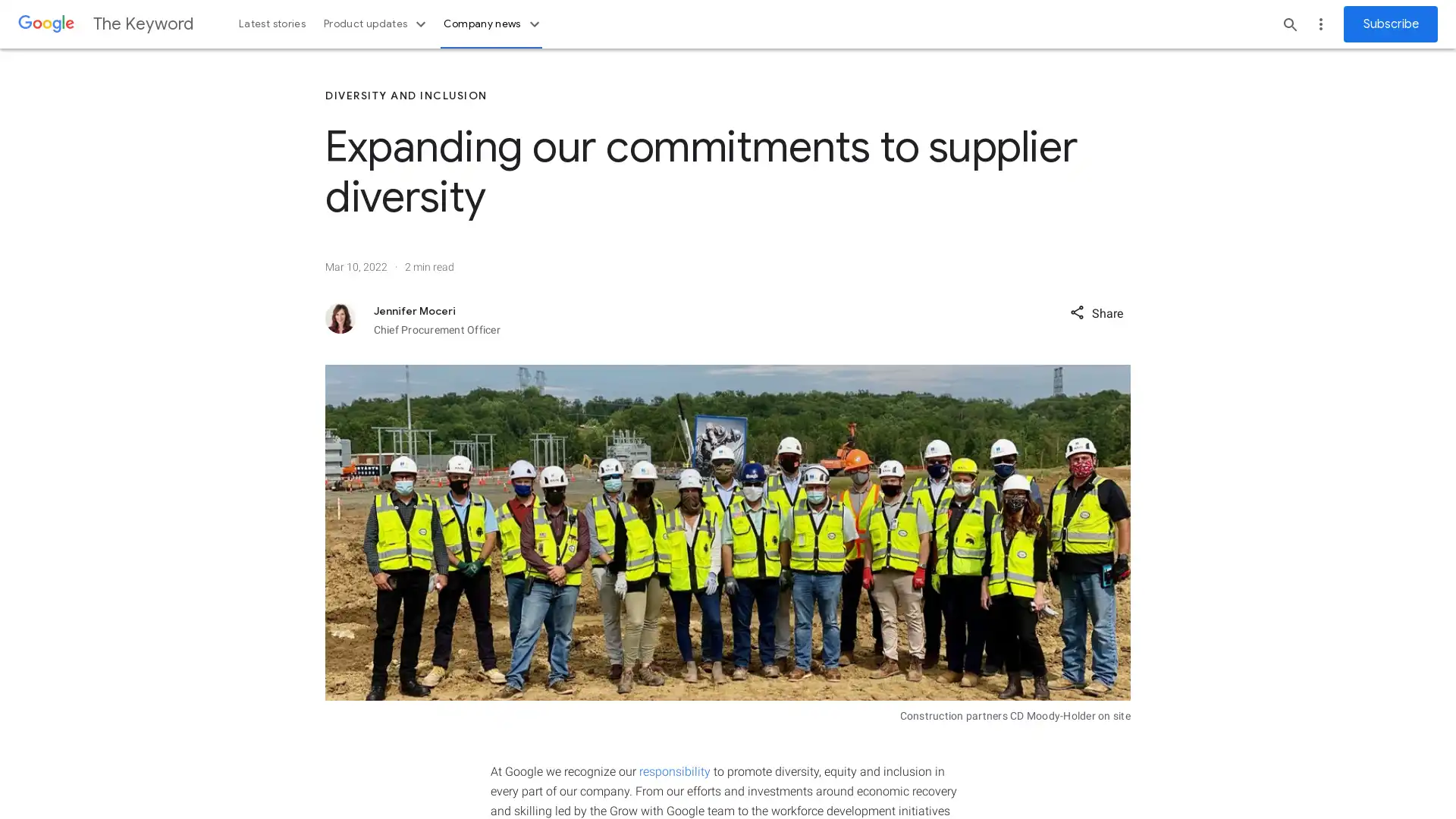  Describe the element at coordinates (1390, 24) in the screenshot. I see `Newsletter subscribe` at that location.